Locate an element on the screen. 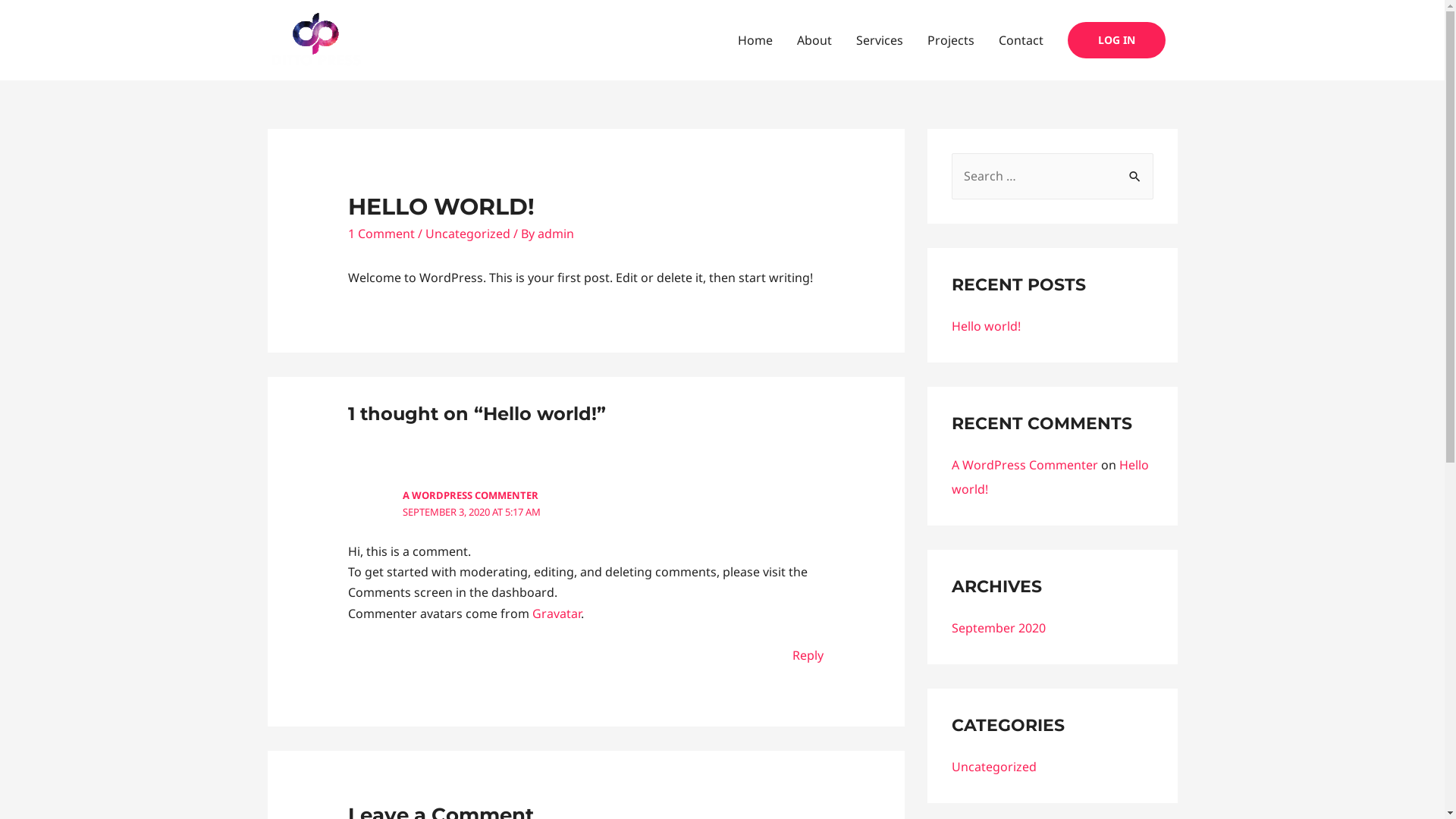  'admin' is located at coordinates (555, 234).